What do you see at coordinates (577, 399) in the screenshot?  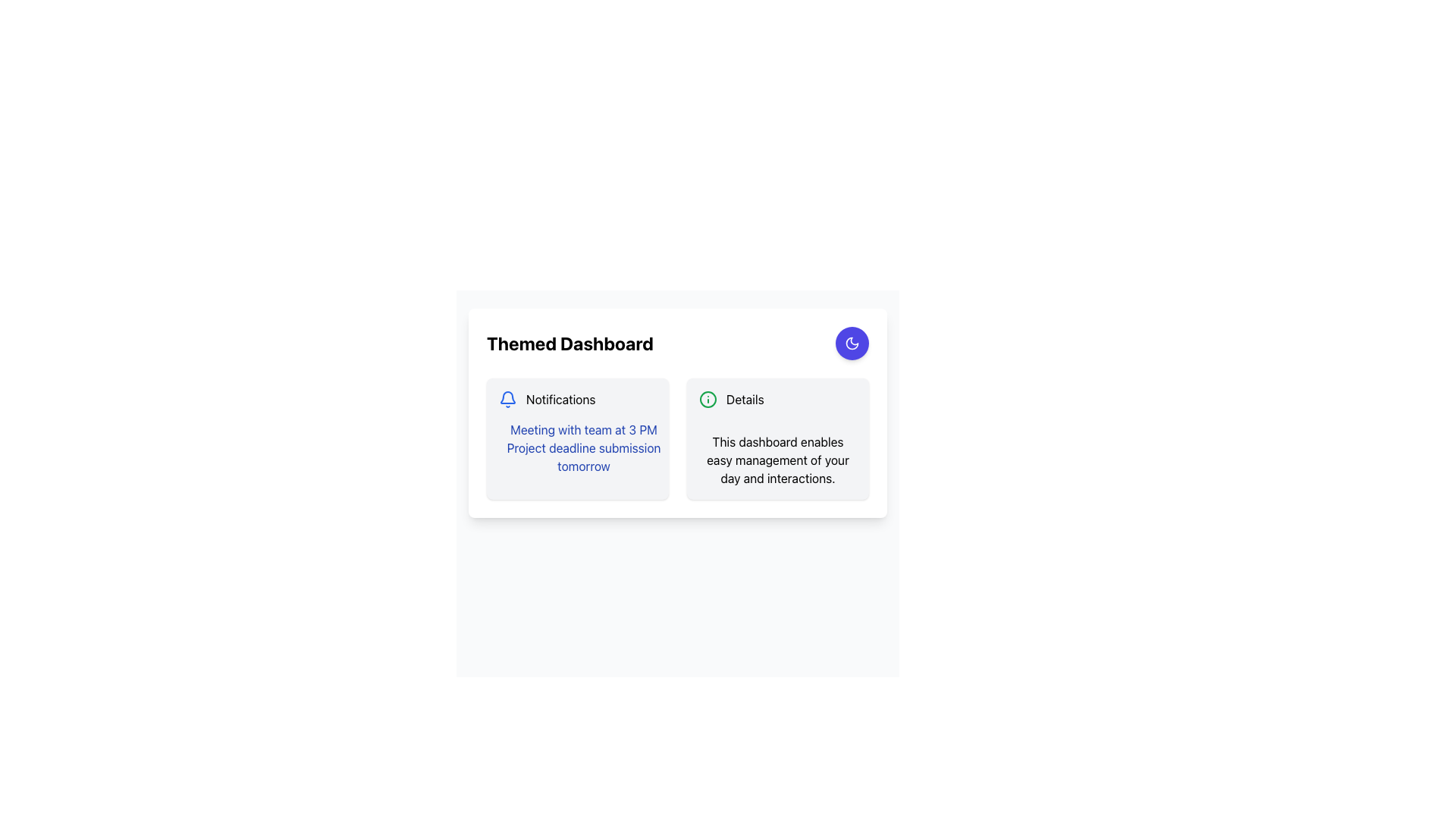 I see `the informational label text with an accompanying icon indicating notifications, located at the top left of the layout above meeting reminders` at bounding box center [577, 399].